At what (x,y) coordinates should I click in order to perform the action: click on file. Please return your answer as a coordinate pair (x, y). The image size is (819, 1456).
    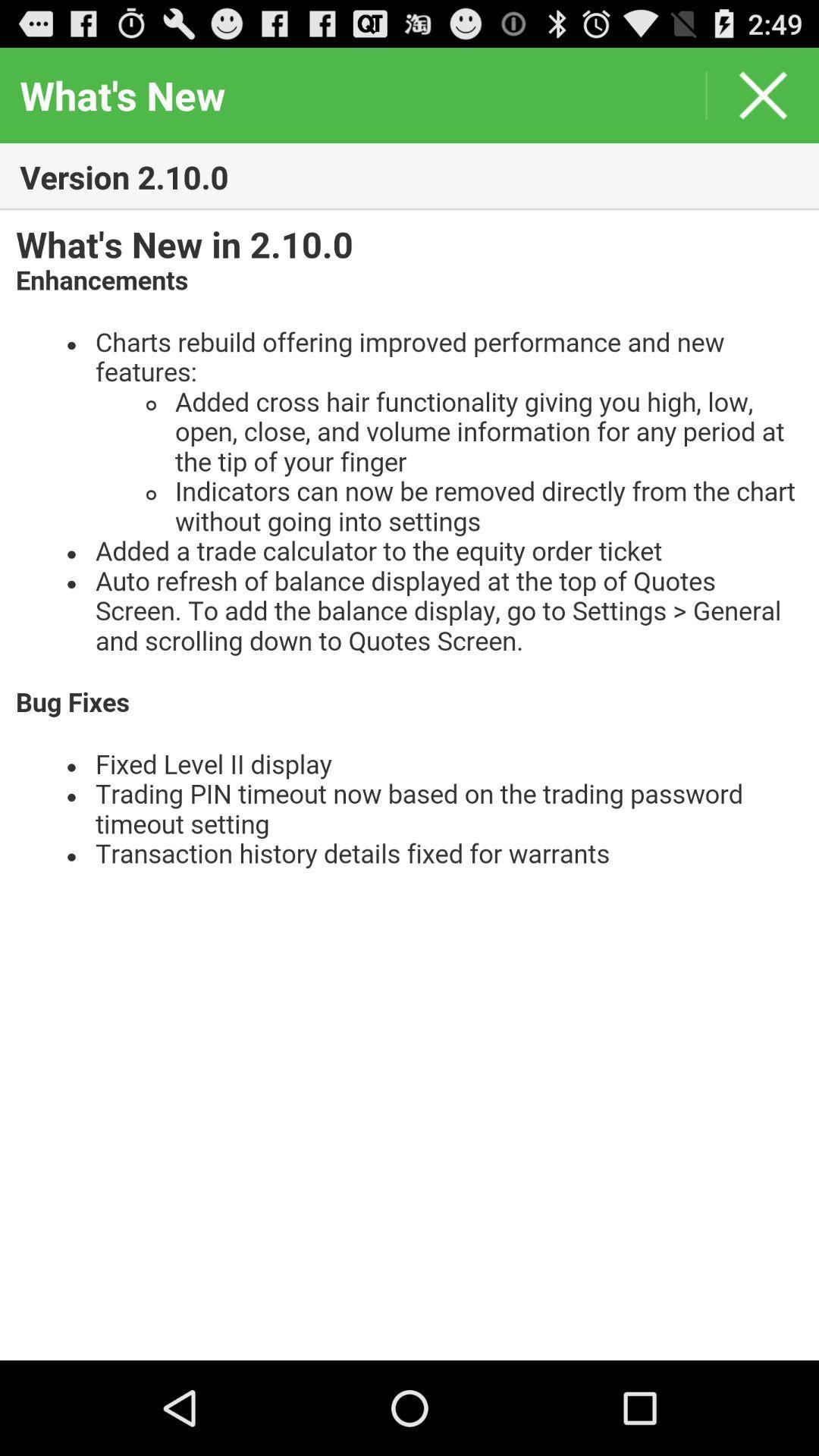
    Looking at the image, I should click on (409, 785).